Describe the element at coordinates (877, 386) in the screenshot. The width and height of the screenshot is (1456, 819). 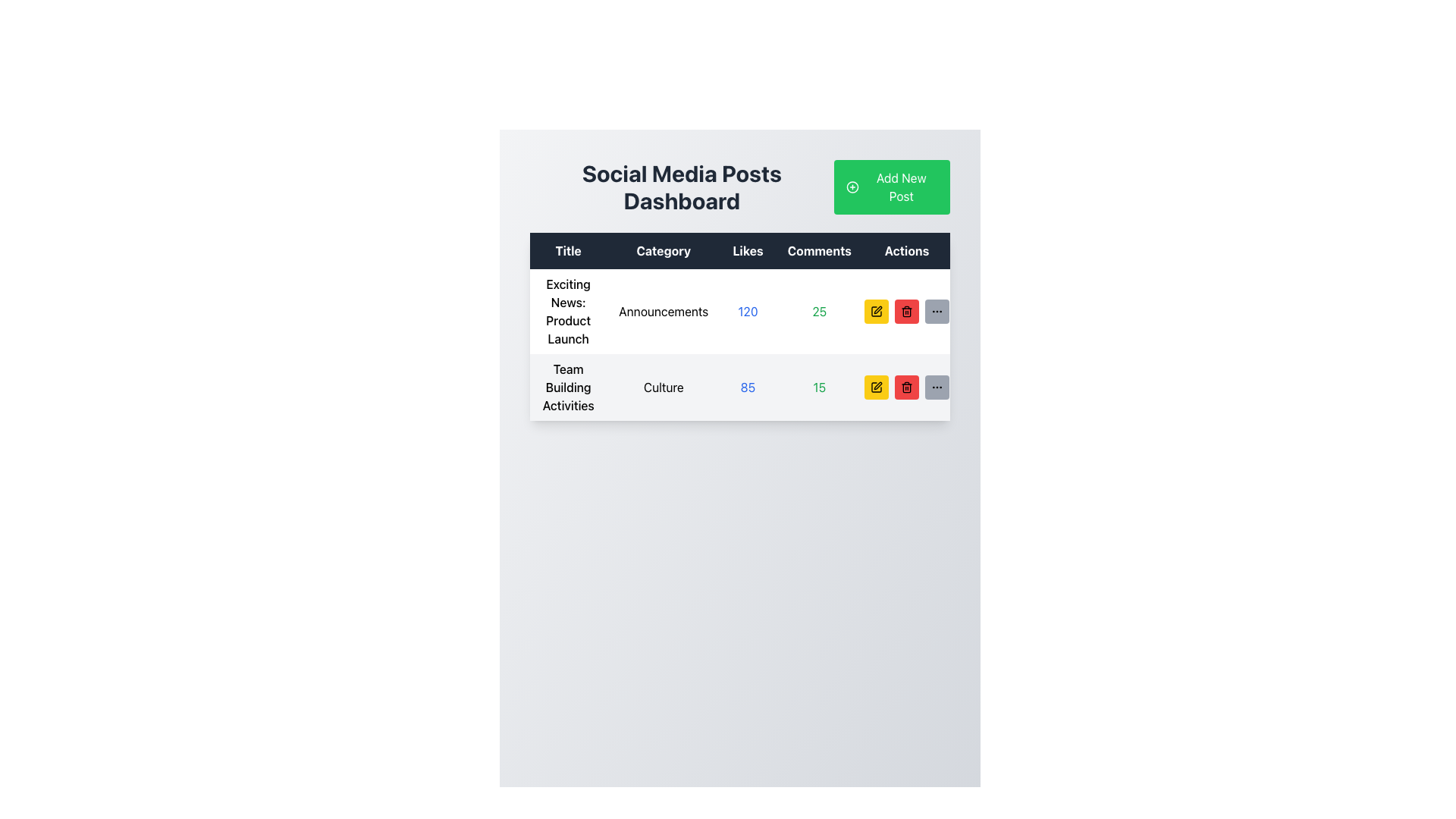
I see `the small square icon with a pen symbol inside on a yellow background located in the second row of the table under the 'Actions' column to initiate an edit operation` at that location.